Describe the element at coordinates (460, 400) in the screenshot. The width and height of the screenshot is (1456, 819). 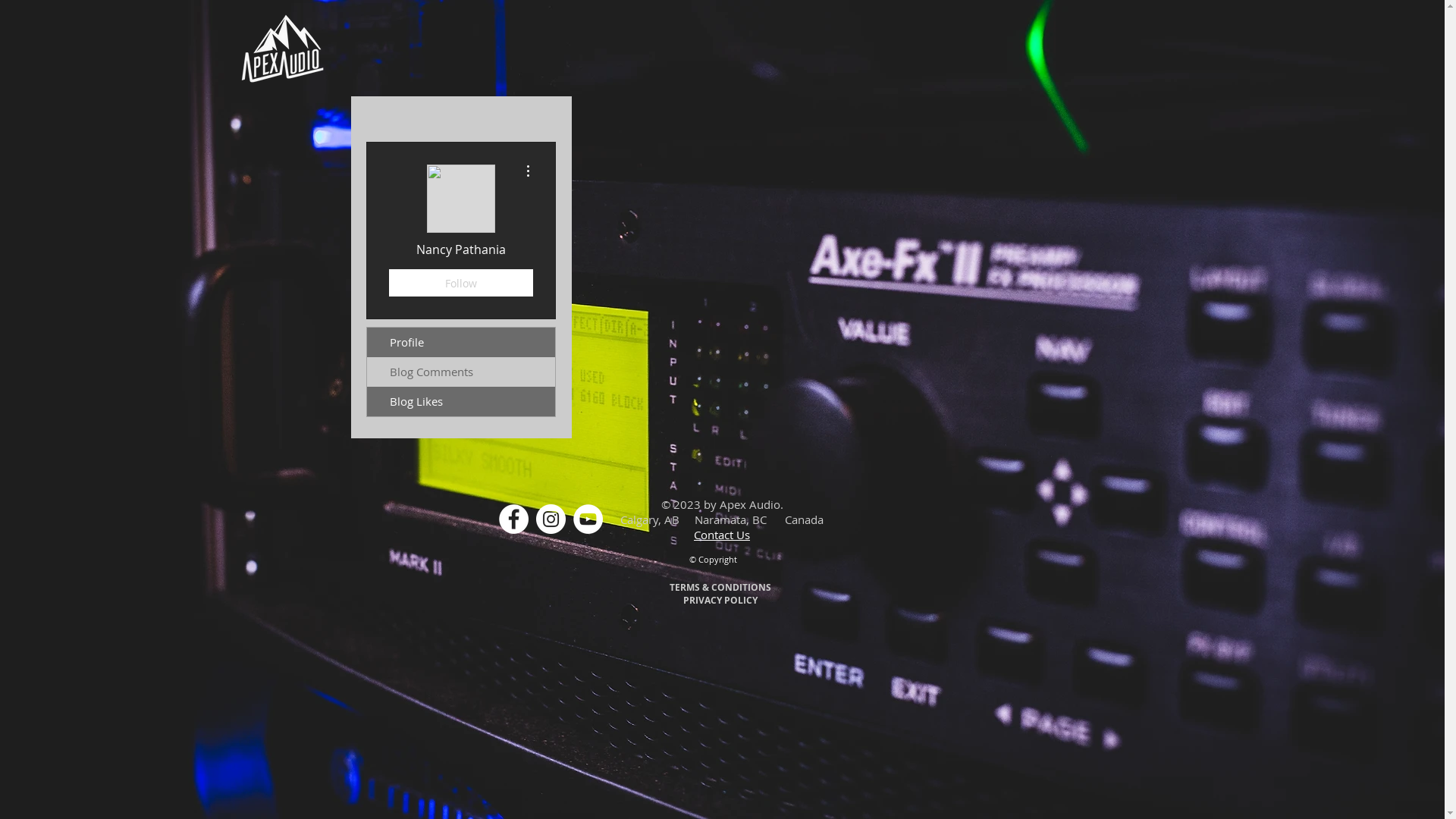
I see `'Blog Likes'` at that location.